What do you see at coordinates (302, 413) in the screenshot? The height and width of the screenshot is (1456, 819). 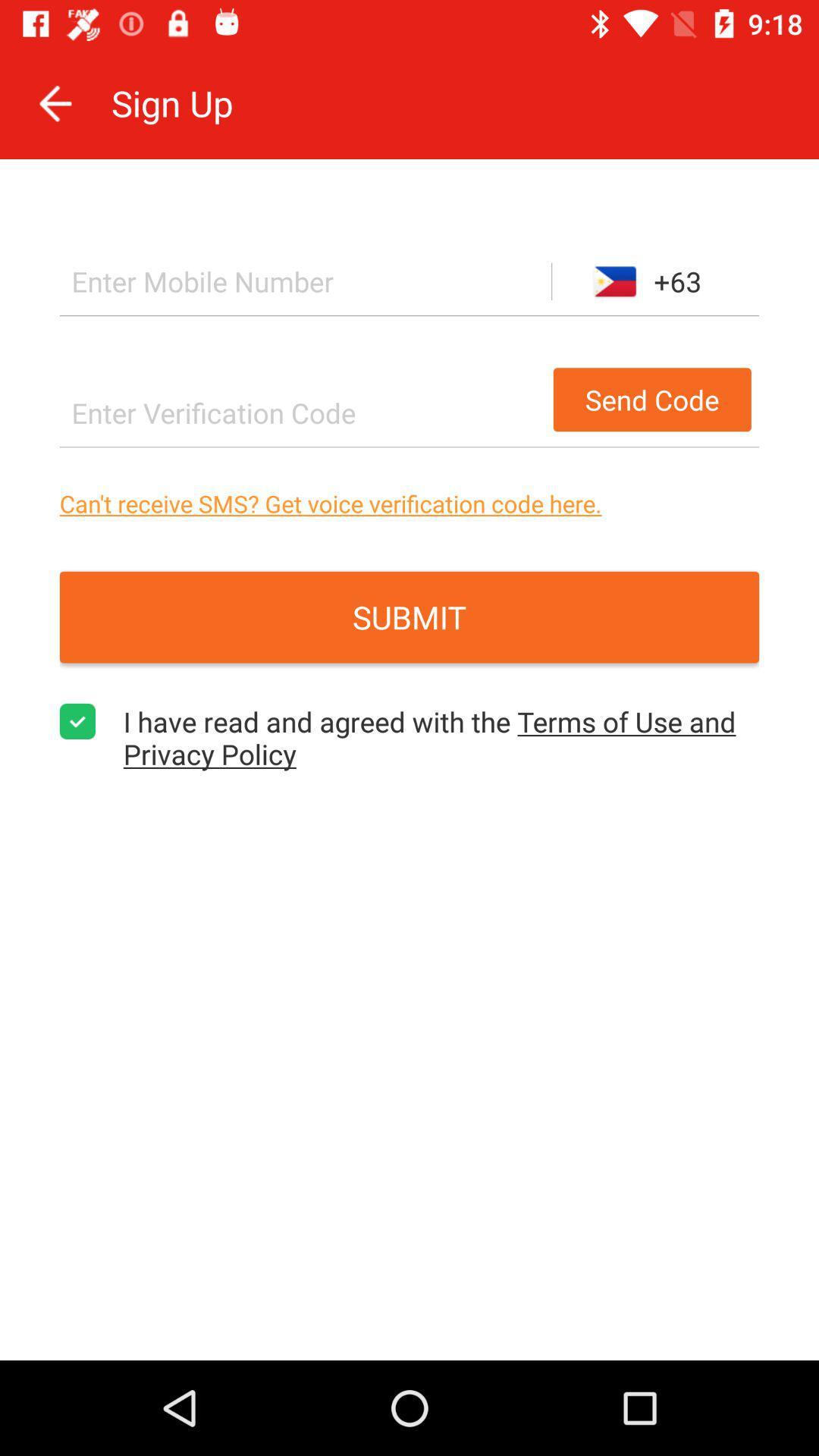 I see `item to the left of send code item` at bounding box center [302, 413].